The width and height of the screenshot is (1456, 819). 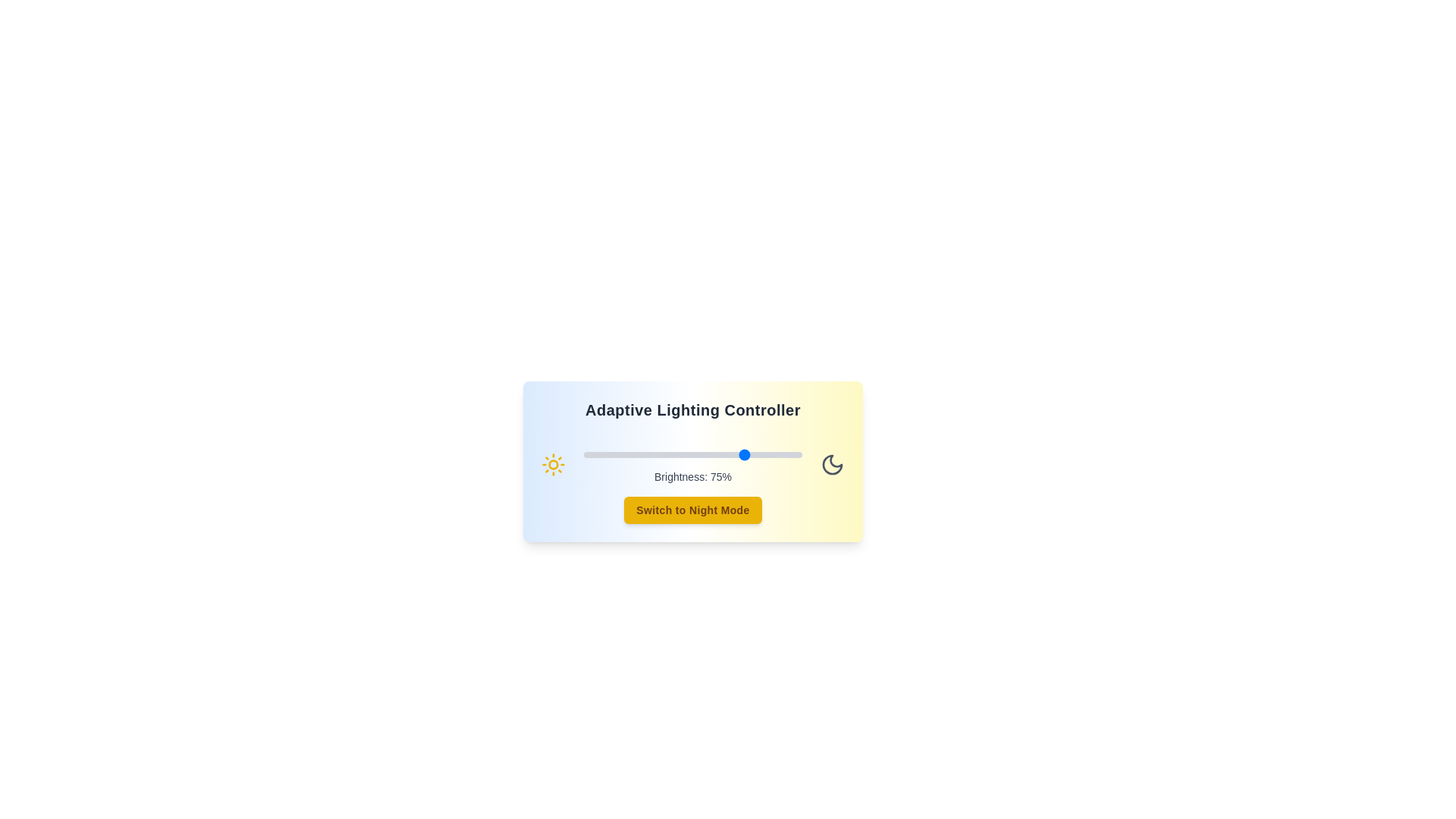 I want to click on brightness, so click(x=701, y=454).